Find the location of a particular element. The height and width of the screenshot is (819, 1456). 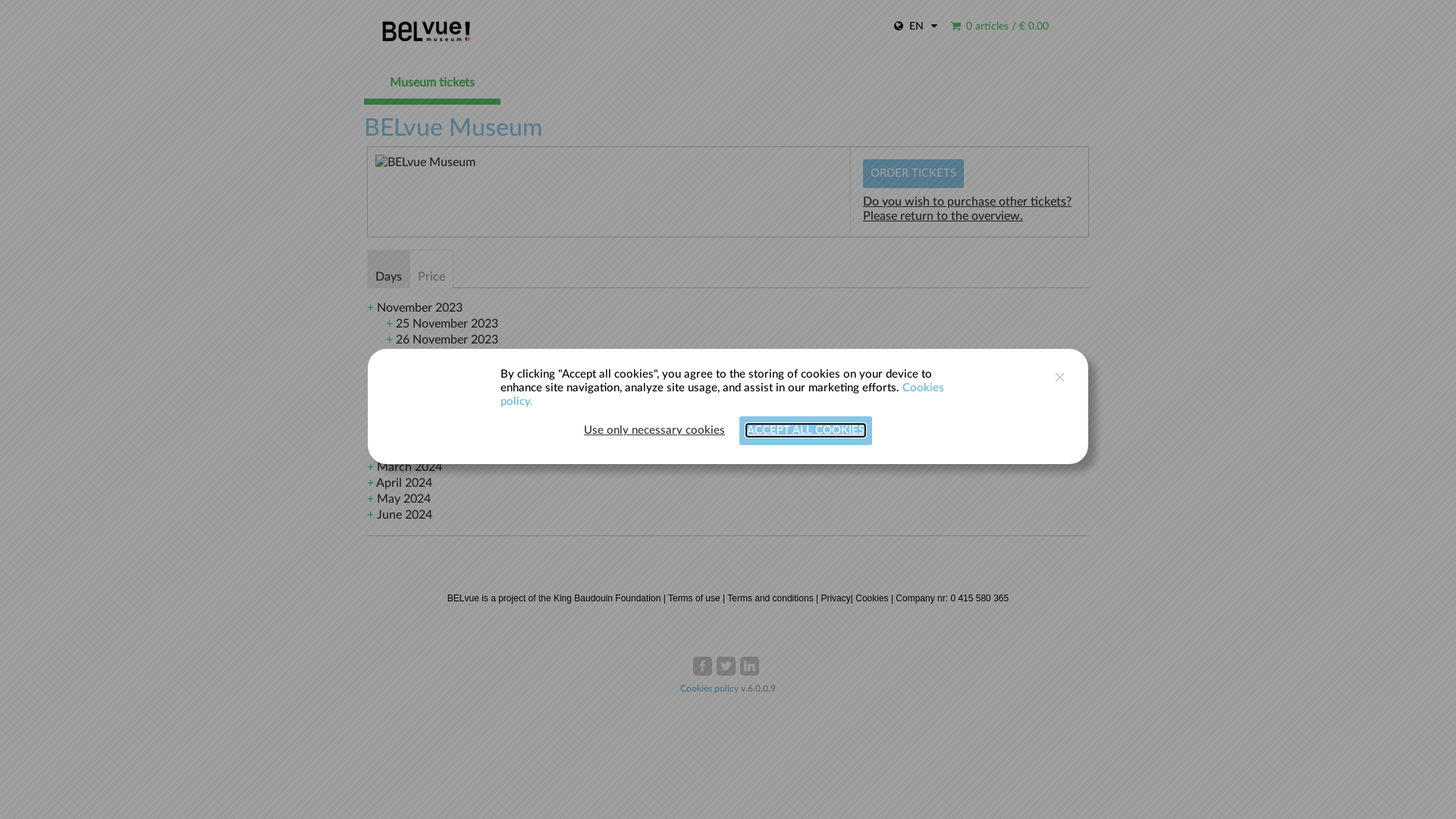

'26 November 2023' is located at coordinates (446, 338).